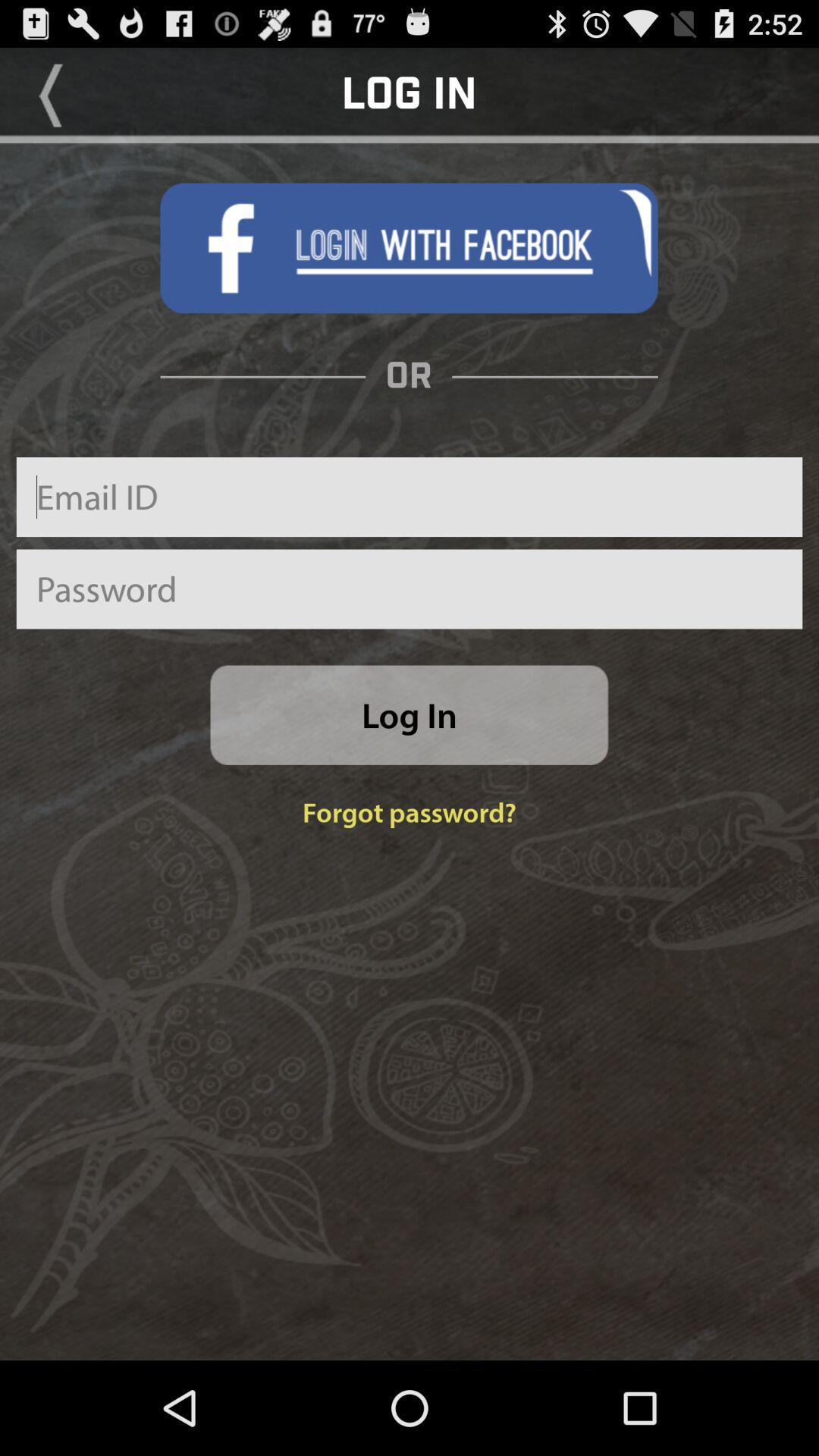  Describe the element at coordinates (409, 588) in the screenshot. I see `textbox to enter password` at that location.